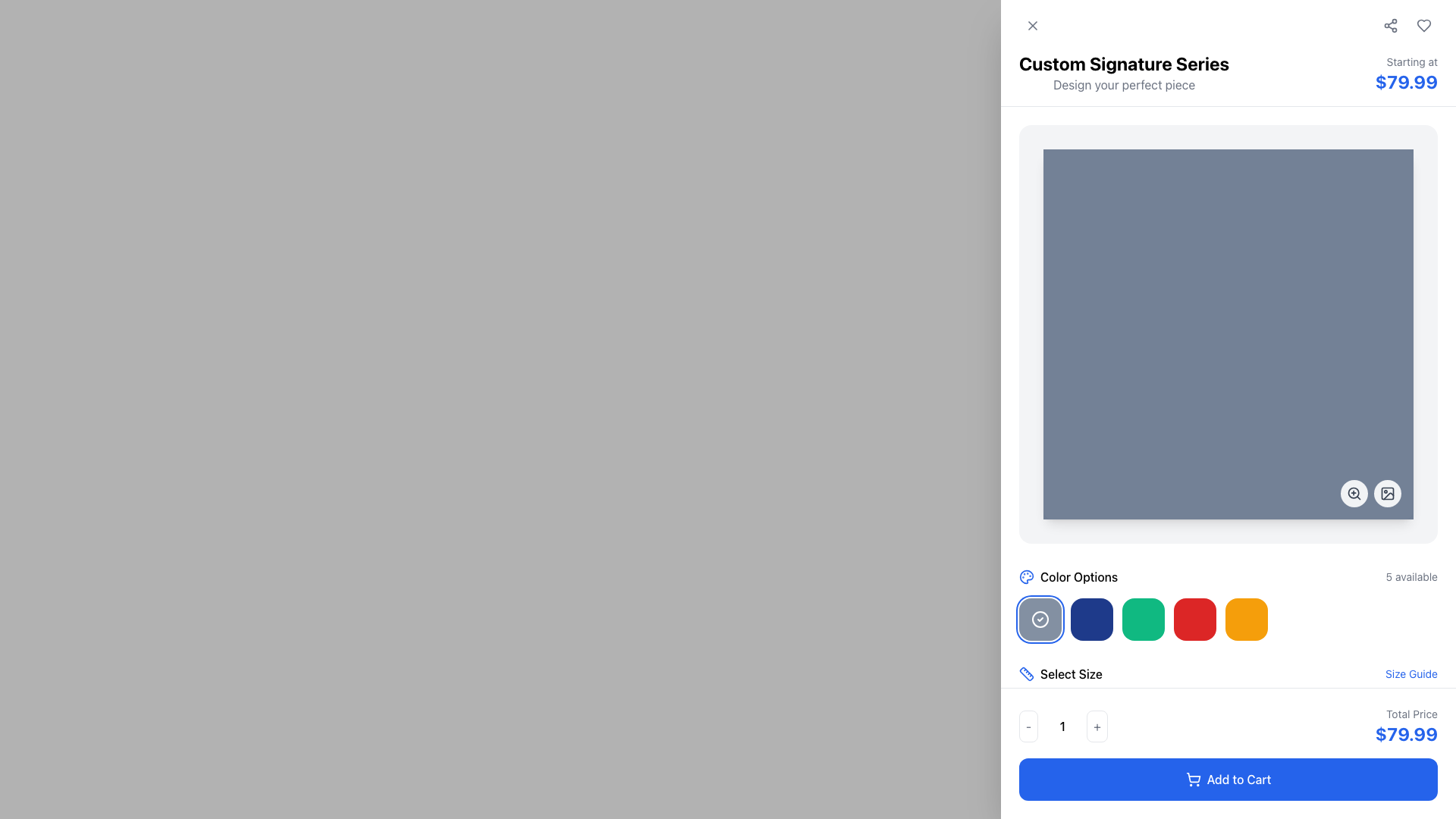 This screenshot has height=819, width=1456. What do you see at coordinates (1026, 673) in the screenshot?
I see `the ruler tool icon, which is styled in blue and located directly to the left of the 'Select Size' label` at bounding box center [1026, 673].